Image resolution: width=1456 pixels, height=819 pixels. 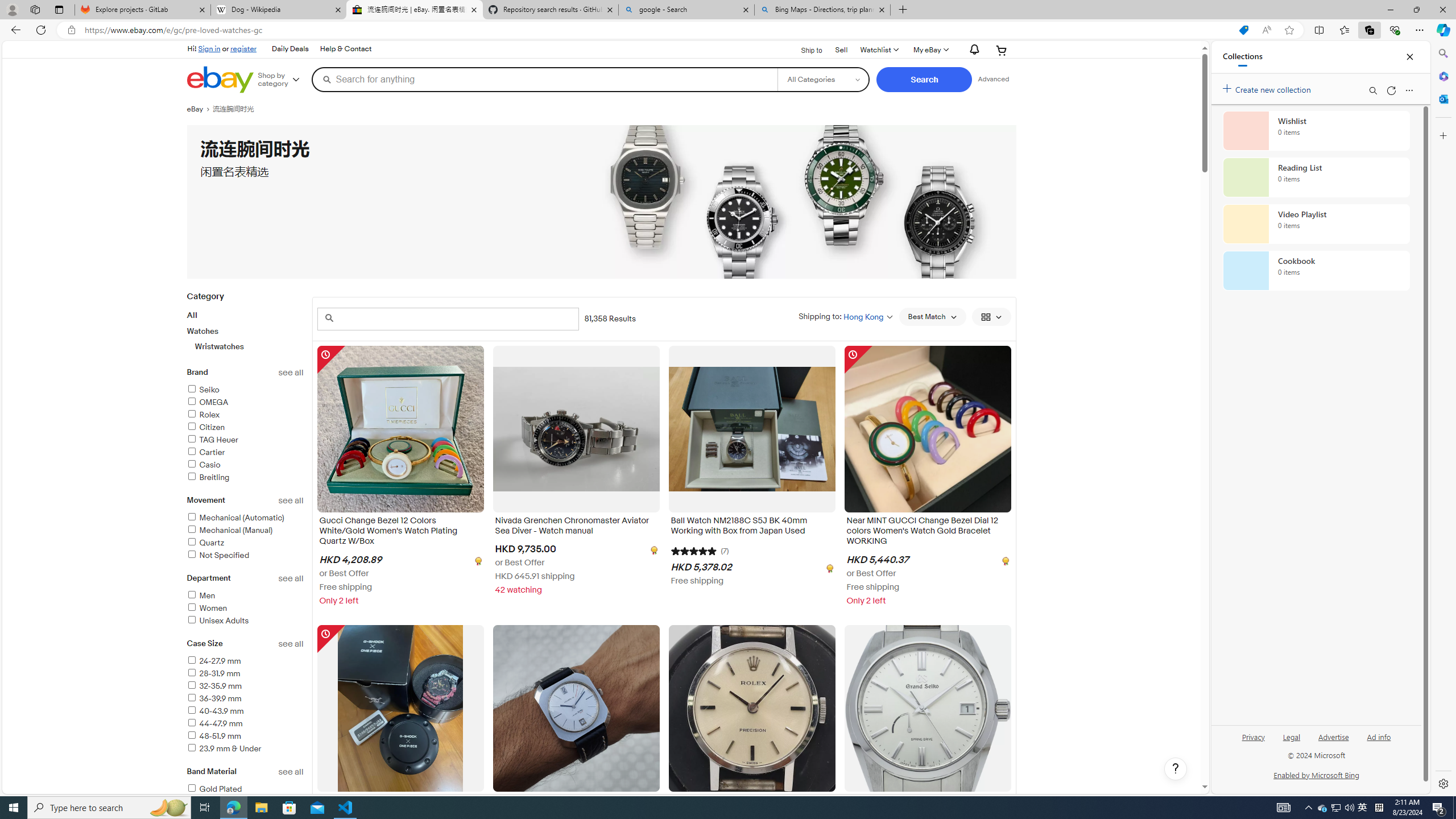 I want to click on 'Watchlist', so click(x=878, y=49).